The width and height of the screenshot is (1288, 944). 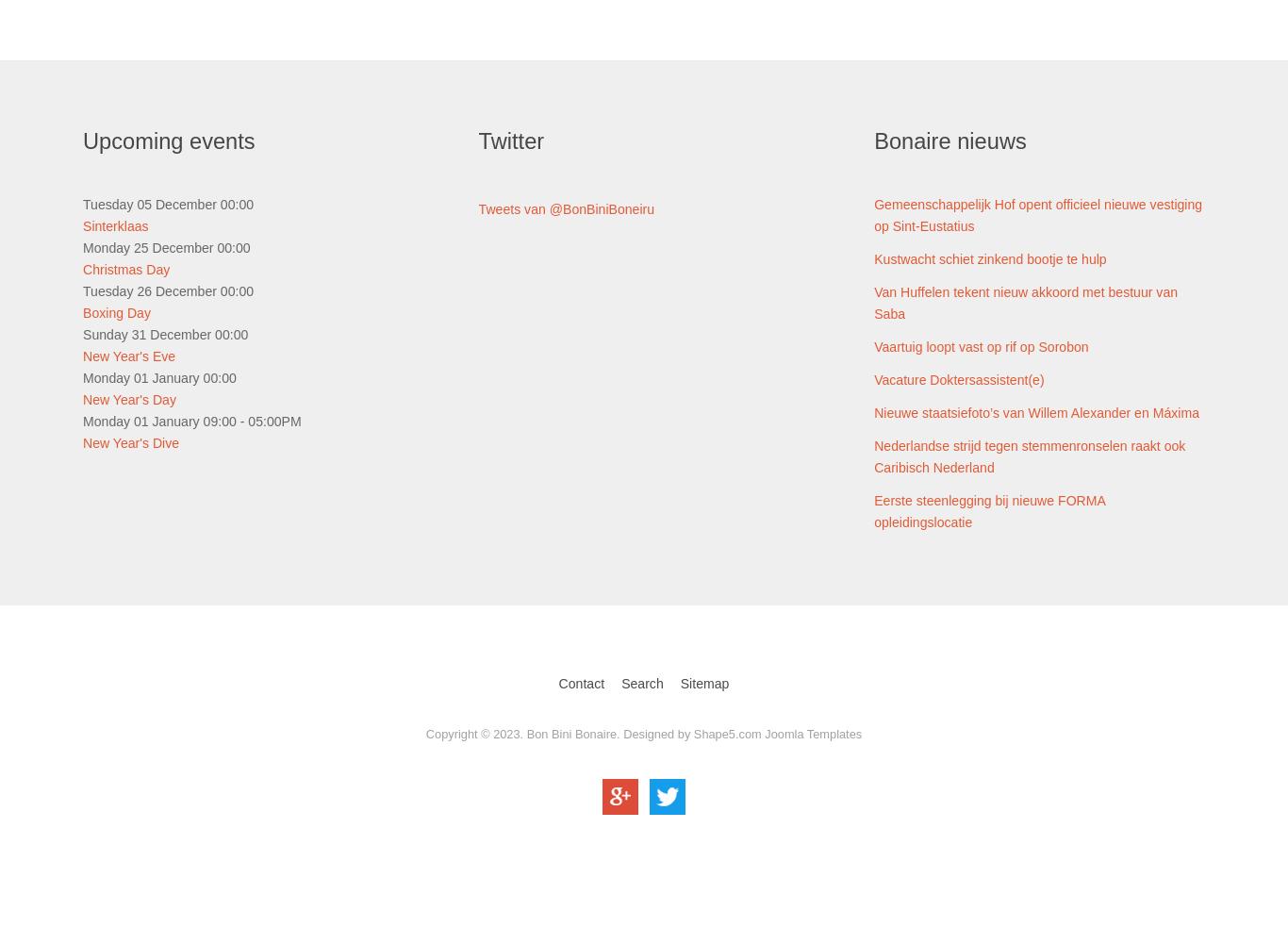 What do you see at coordinates (222, 141) in the screenshot?
I see `'events'` at bounding box center [222, 141].